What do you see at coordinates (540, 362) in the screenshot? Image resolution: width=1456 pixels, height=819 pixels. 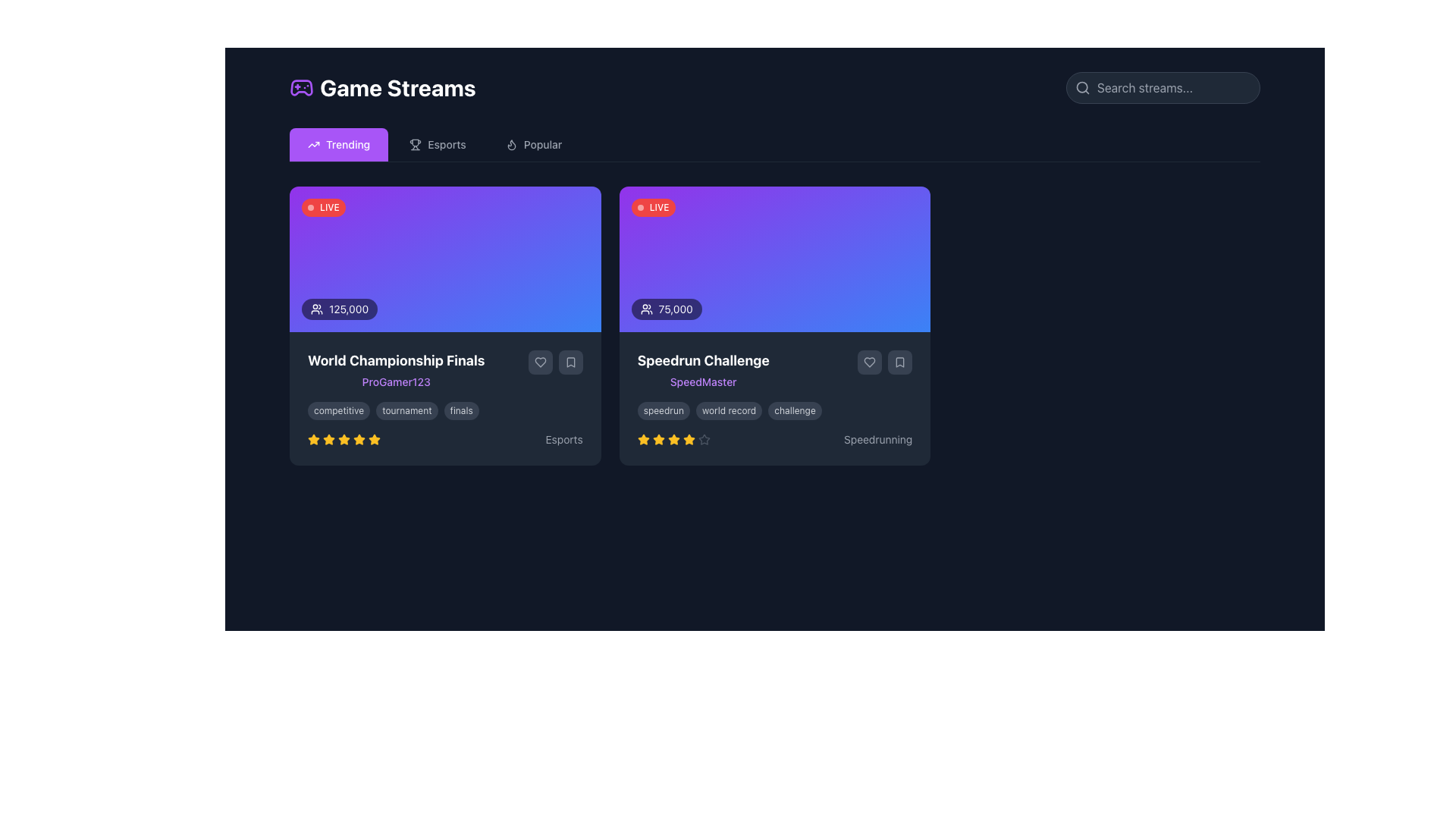 I see `the 'like' or 'favorite' button located in the bottom-right corner of the 'World Championship Finals' game stream card to mark the stream as favored` at bounding box center [540, 362].